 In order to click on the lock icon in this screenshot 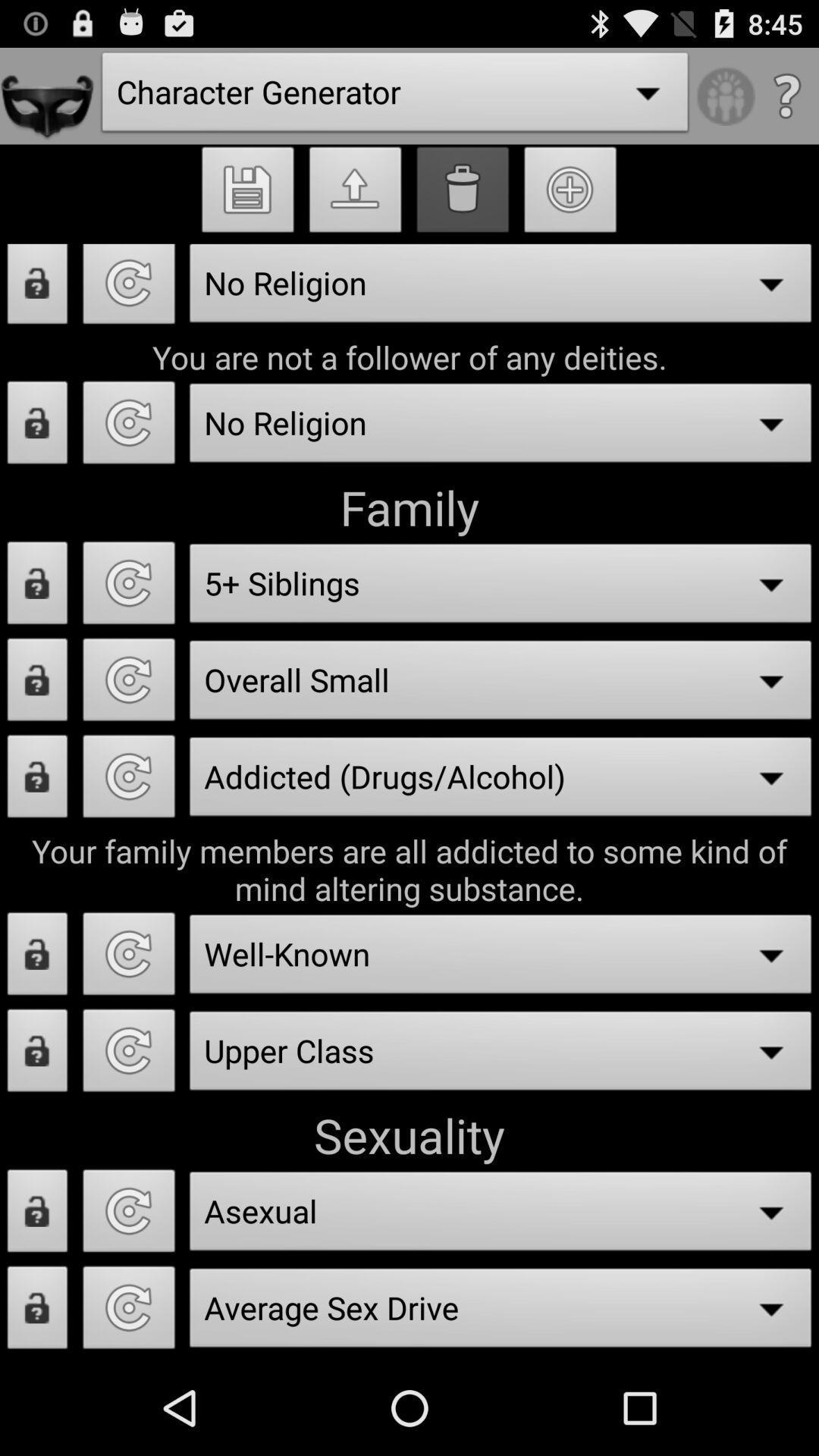, I will do `click(36, 732)`.